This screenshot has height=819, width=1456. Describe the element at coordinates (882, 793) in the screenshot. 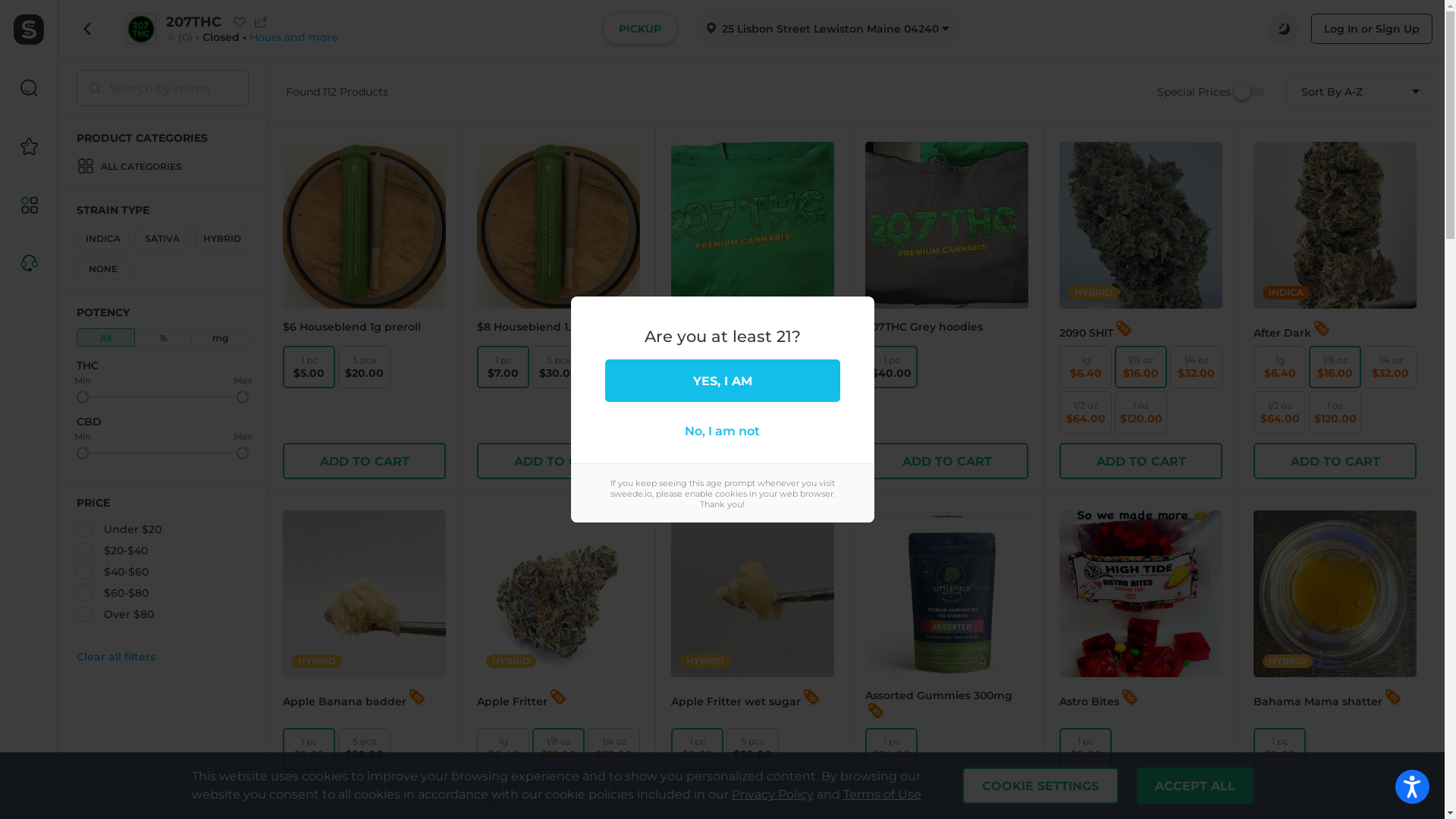

I see `'Terms of Use'` at that location.